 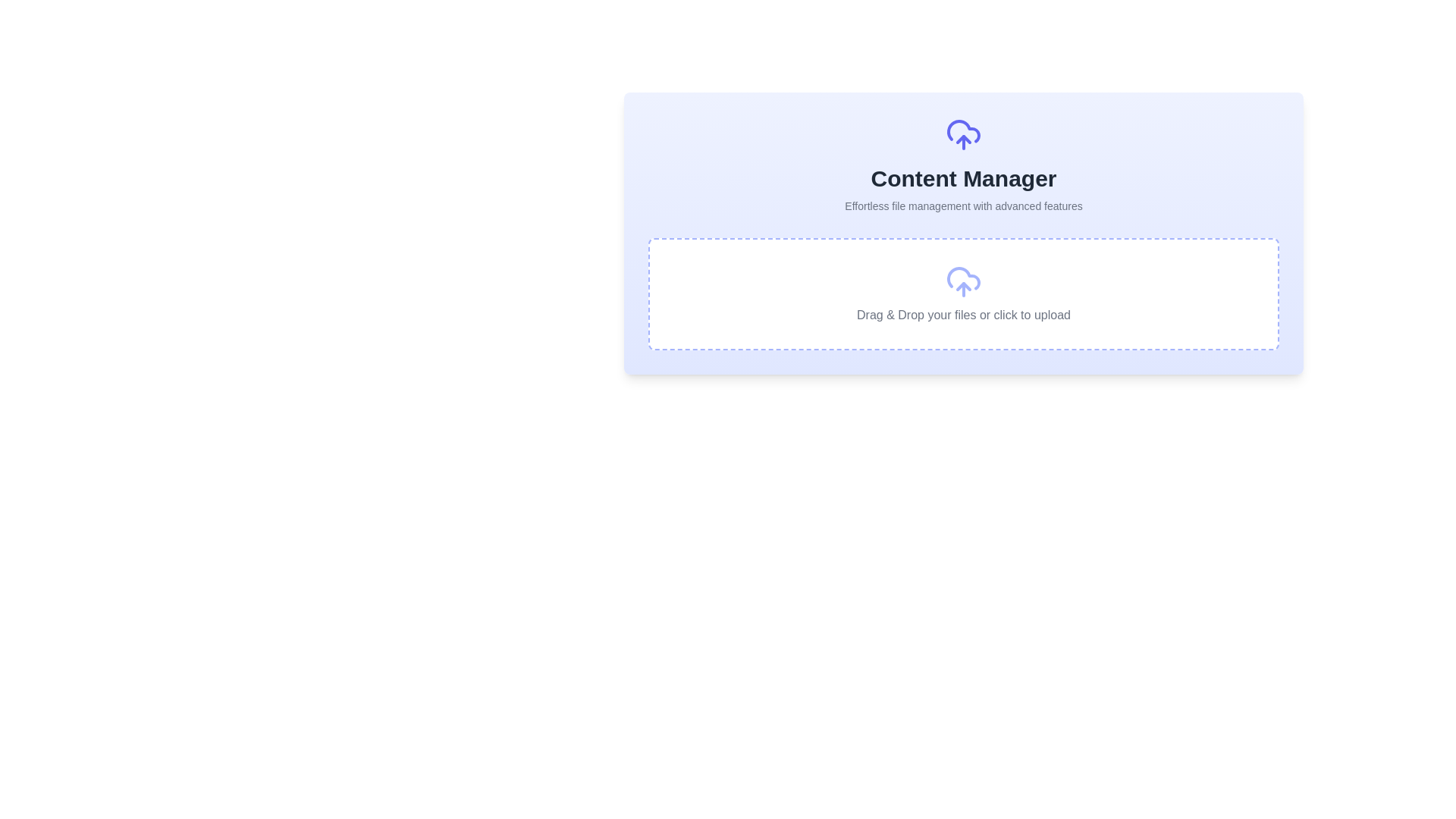 What do you see at coordinates (963, 281) in the screenshot?
I see `the upload icon located near the center of the dashed-bordered rectangular area designated for file uploads, which is visually above the prompt text 'Drag & Drop your files or click to upload'` at bounding box center [963, 281].